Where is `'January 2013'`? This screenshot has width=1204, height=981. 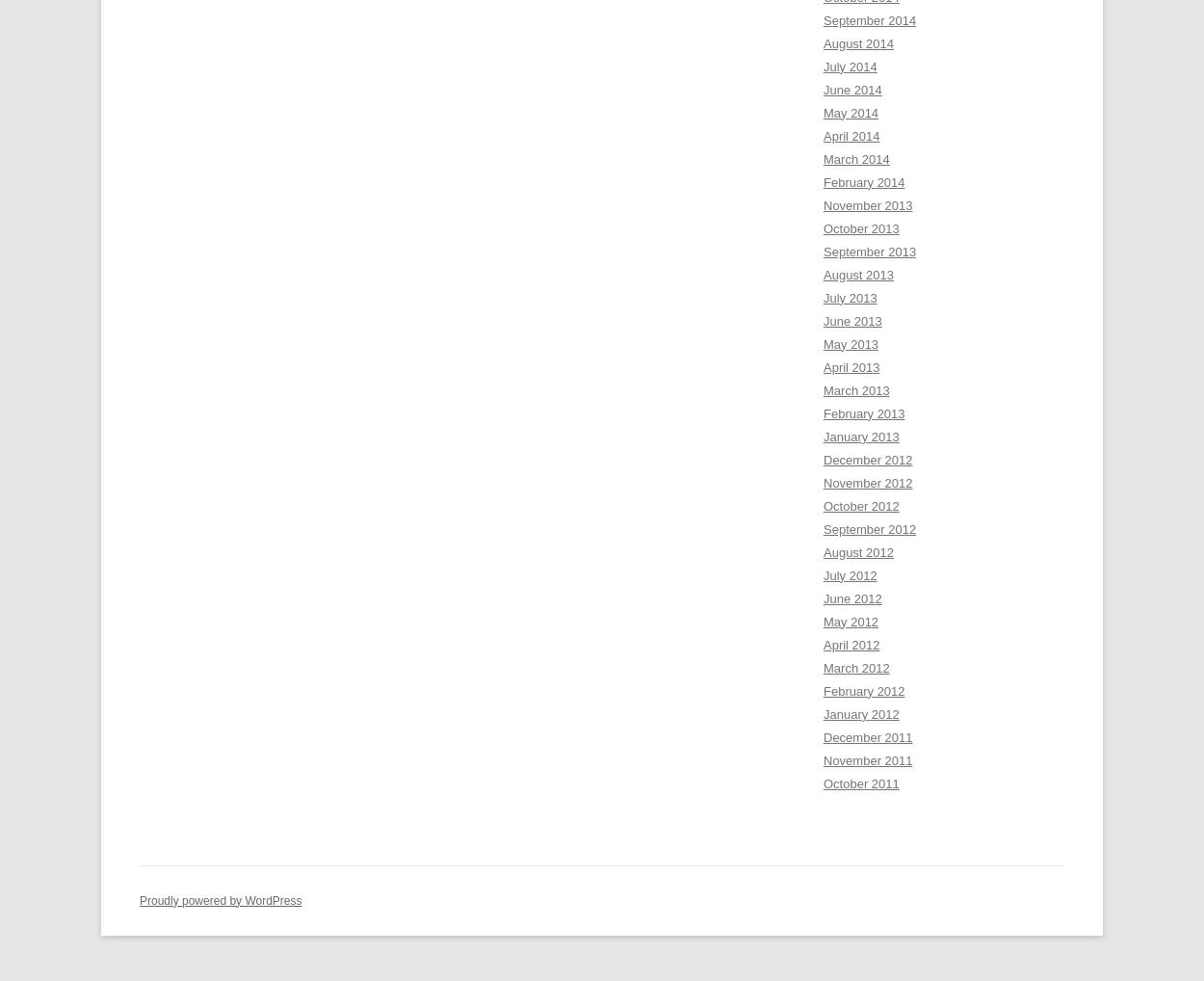 'January 2013' is located at coordinates (860, 435).